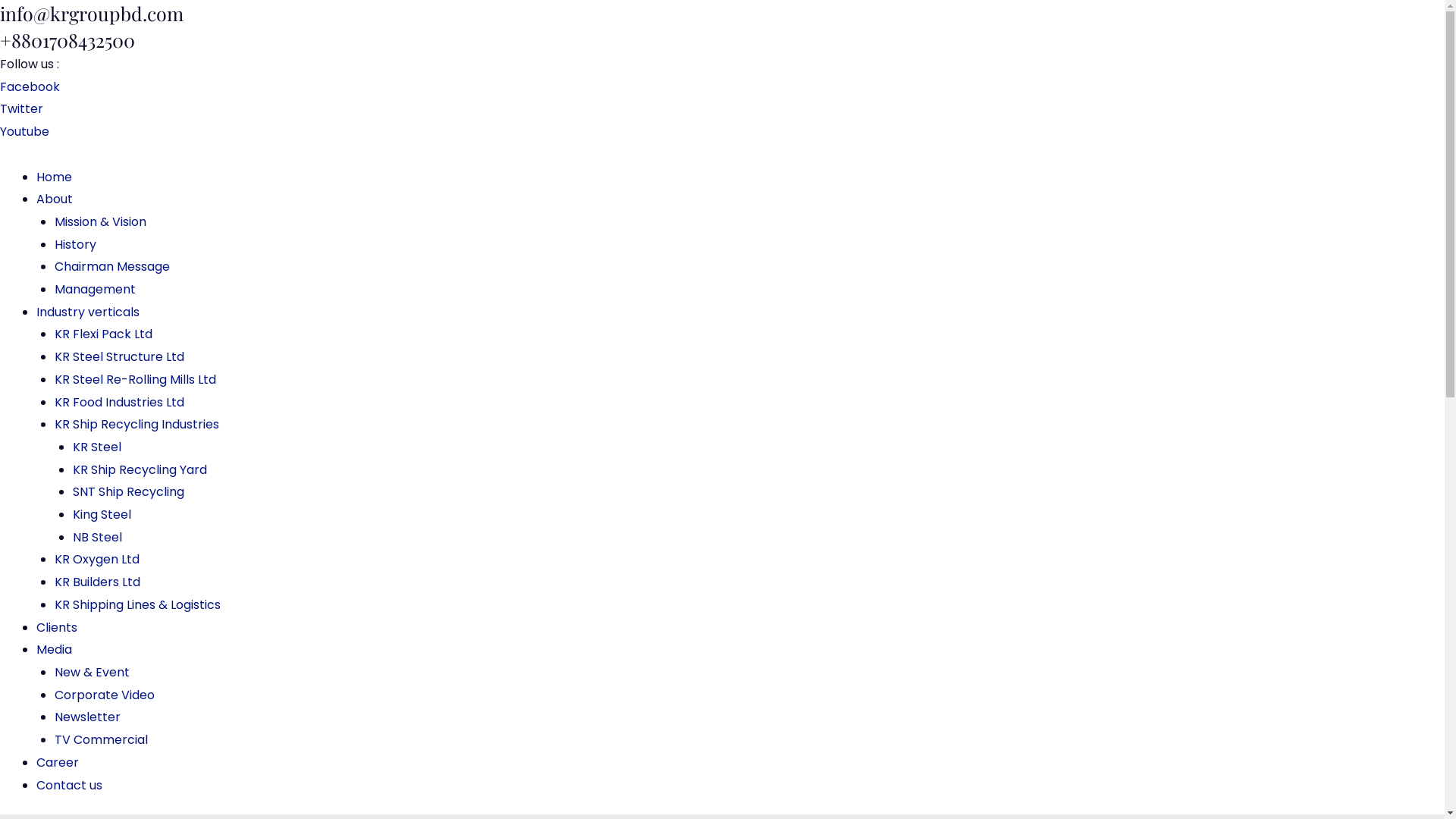  What do you see at coordinates (54, 648) in the screenshot?
I see `'Media'` at bounding box center [54, 648].